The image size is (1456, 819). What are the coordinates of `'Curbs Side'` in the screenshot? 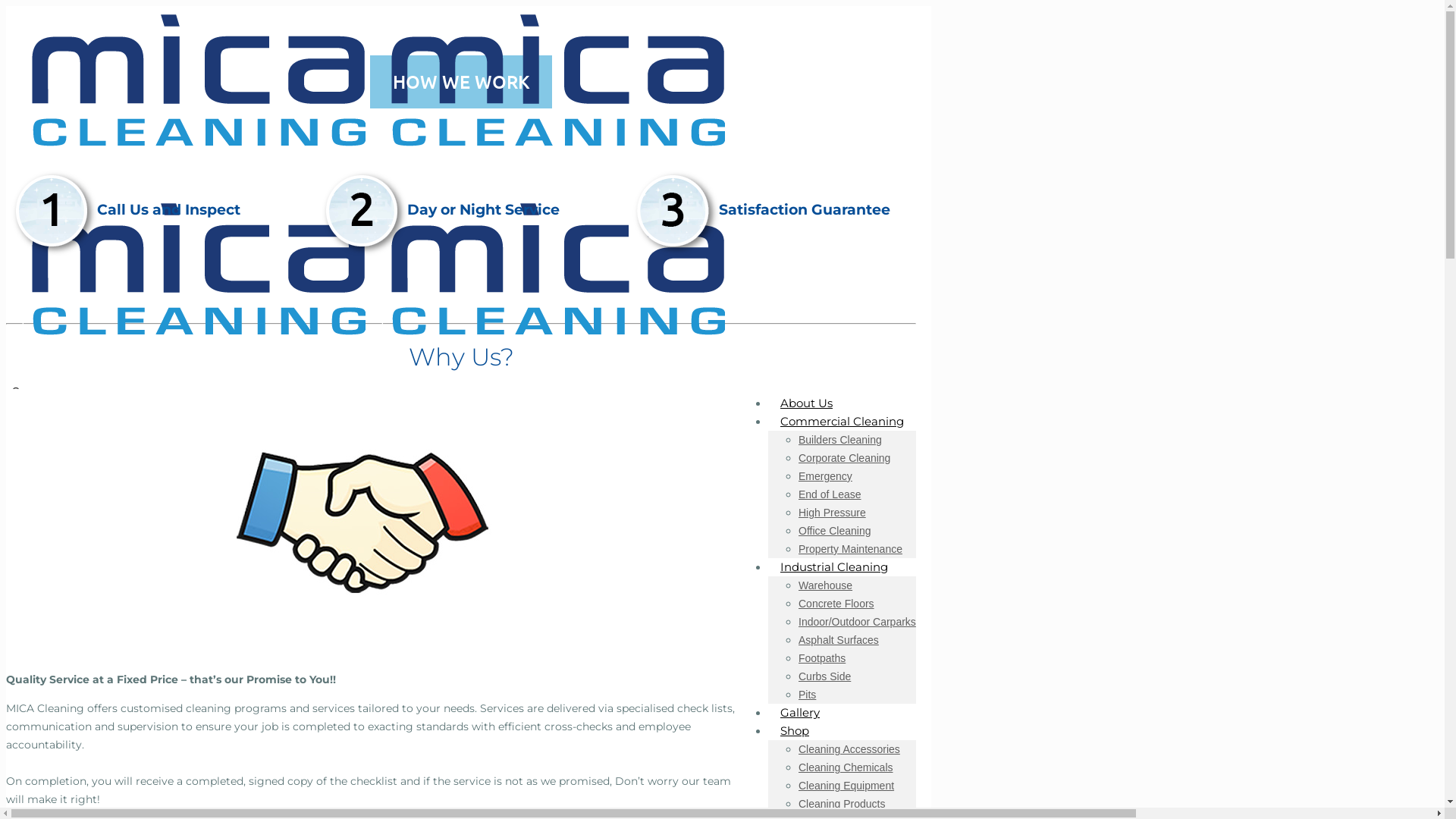 It's located at (824, 675).